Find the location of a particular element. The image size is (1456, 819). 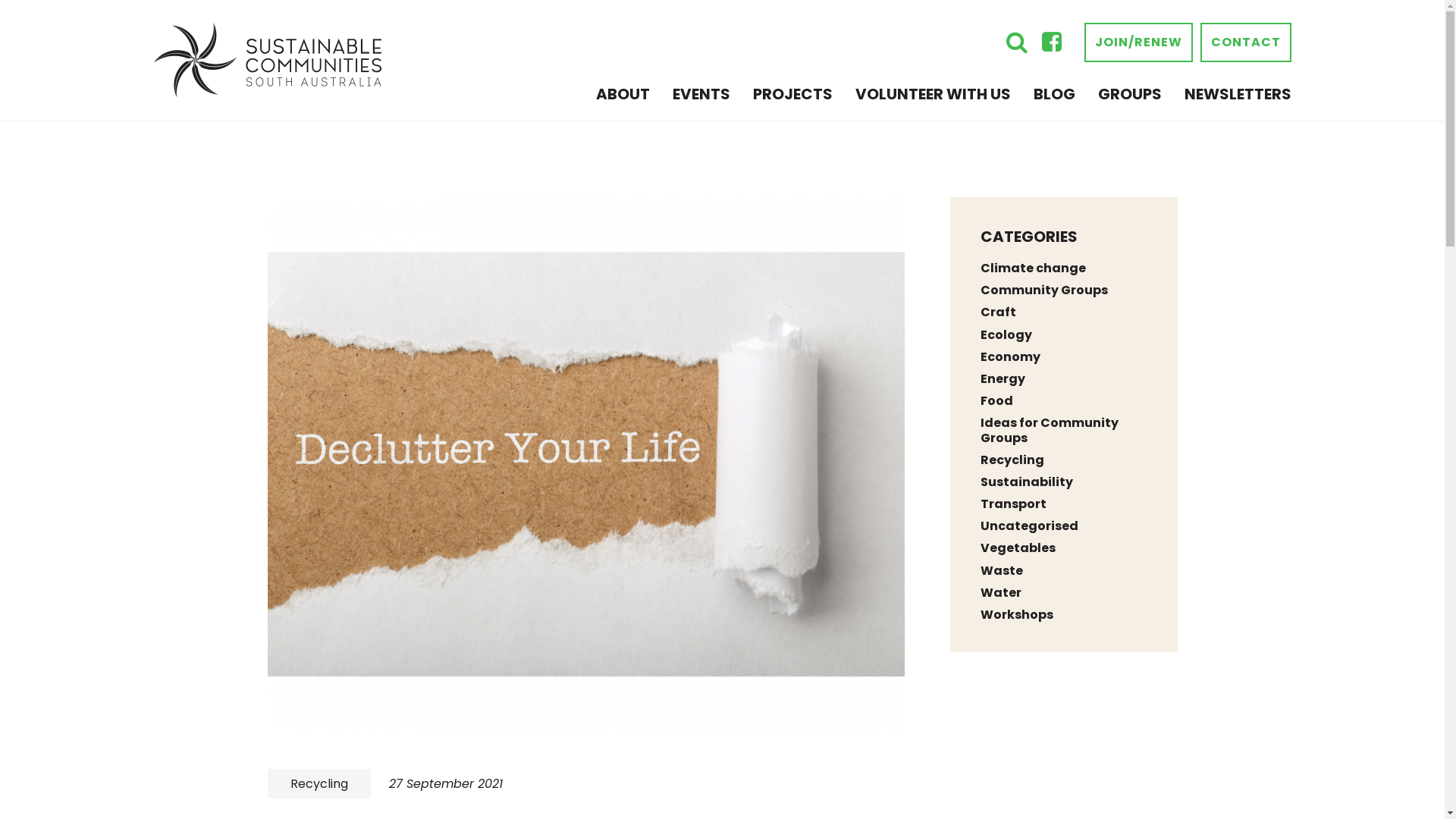

'Ecology' is located at coordinates (1005, 334).